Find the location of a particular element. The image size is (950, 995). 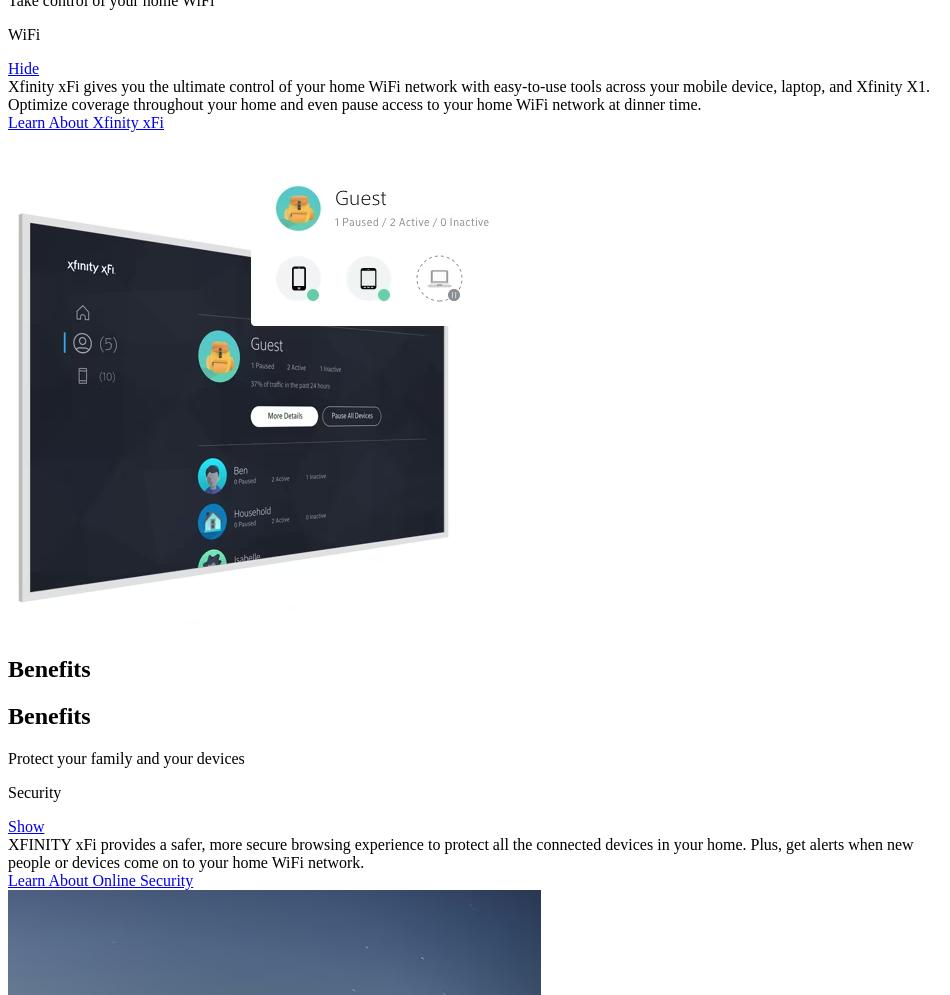

'XFINITY xFi provides a safer, more secure browsing experience to protect all the connected devices in your home. Plus, get alerts when new people or devices come on to your home WiFi network.' is located at coordinates (459, 852).